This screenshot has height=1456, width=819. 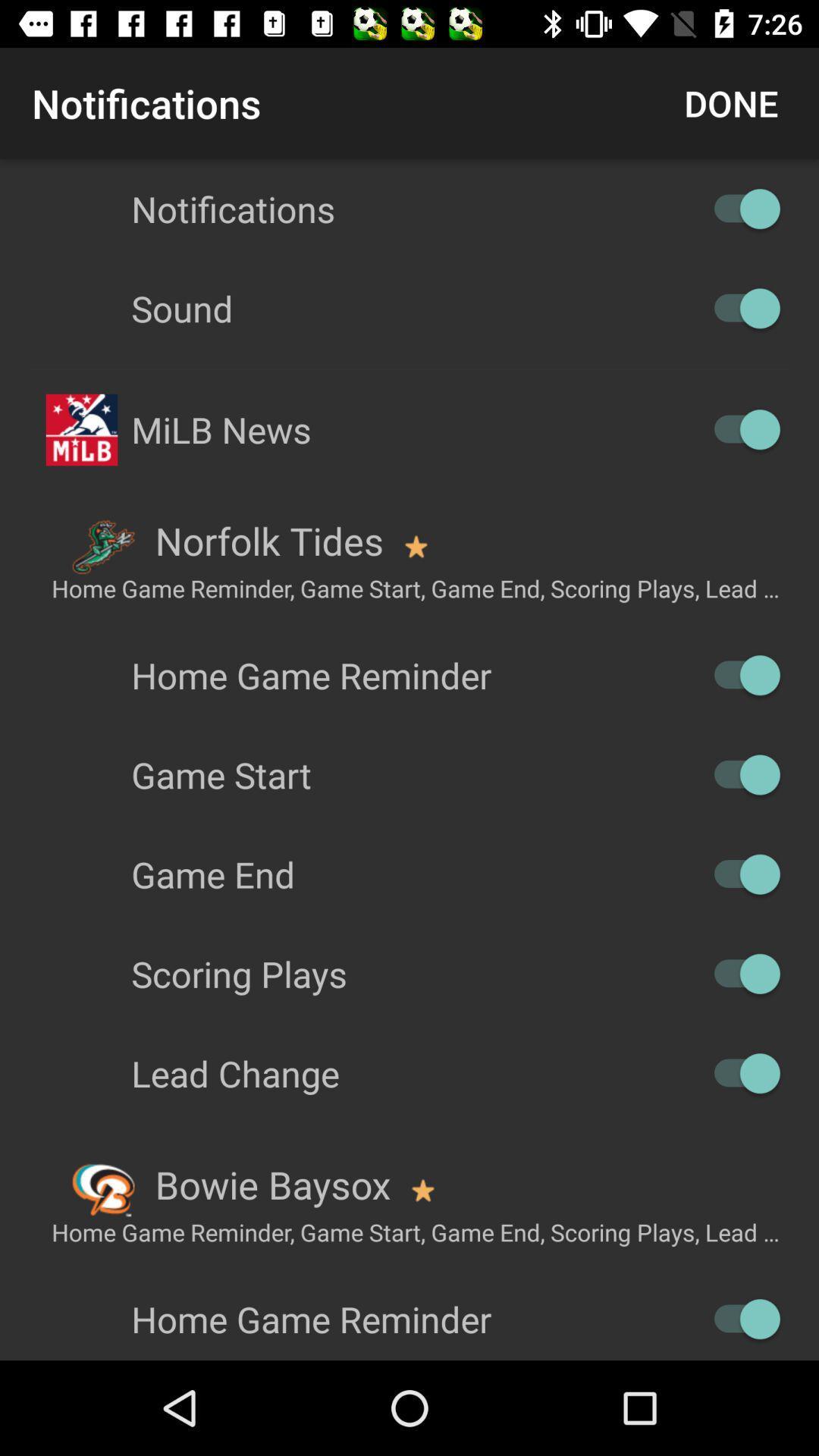 I want to click on reminder for lead changes, so click(x=739, y=1072).